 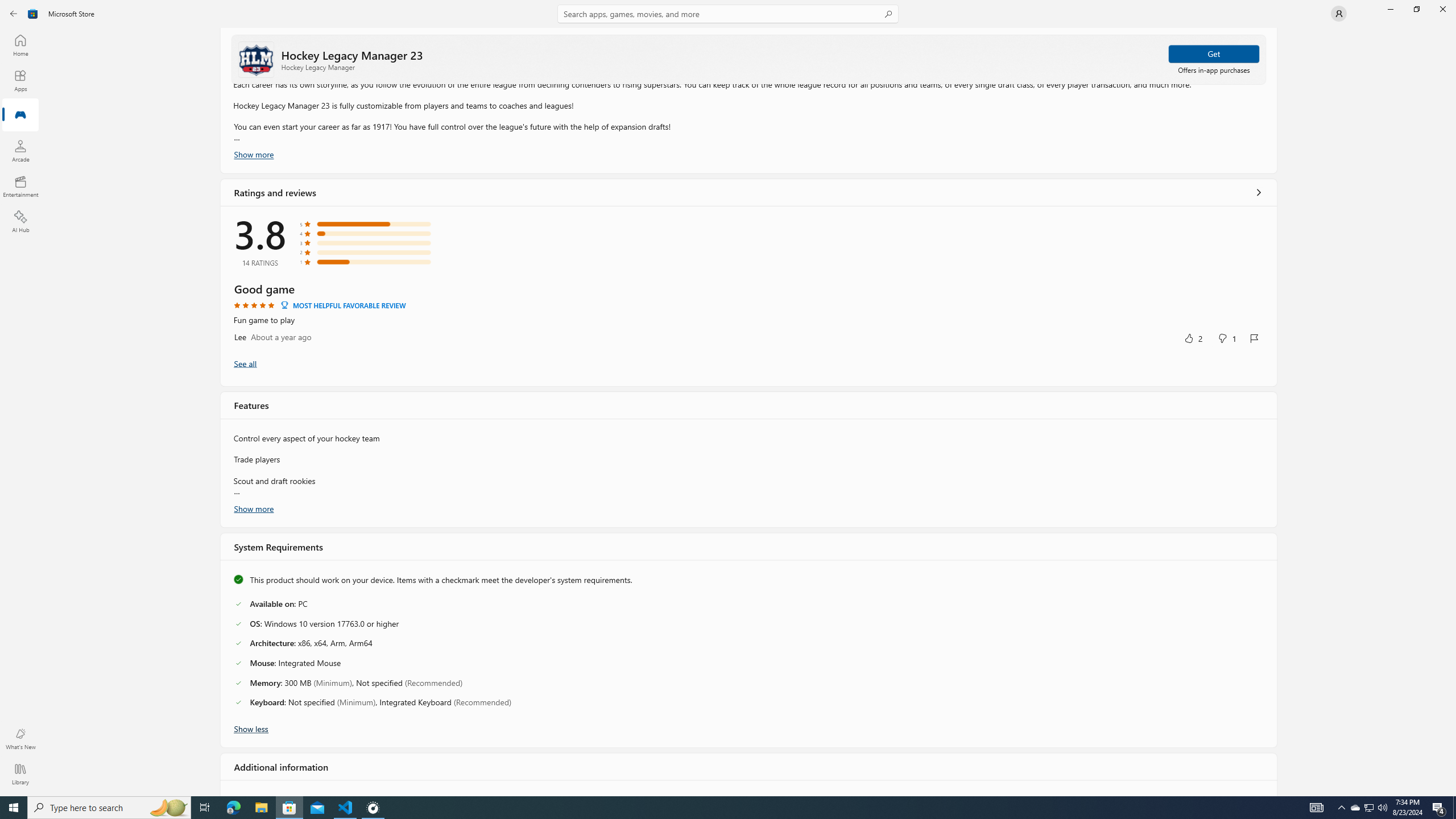 I want to click on 'Report review', so click(x=1254, y=337).